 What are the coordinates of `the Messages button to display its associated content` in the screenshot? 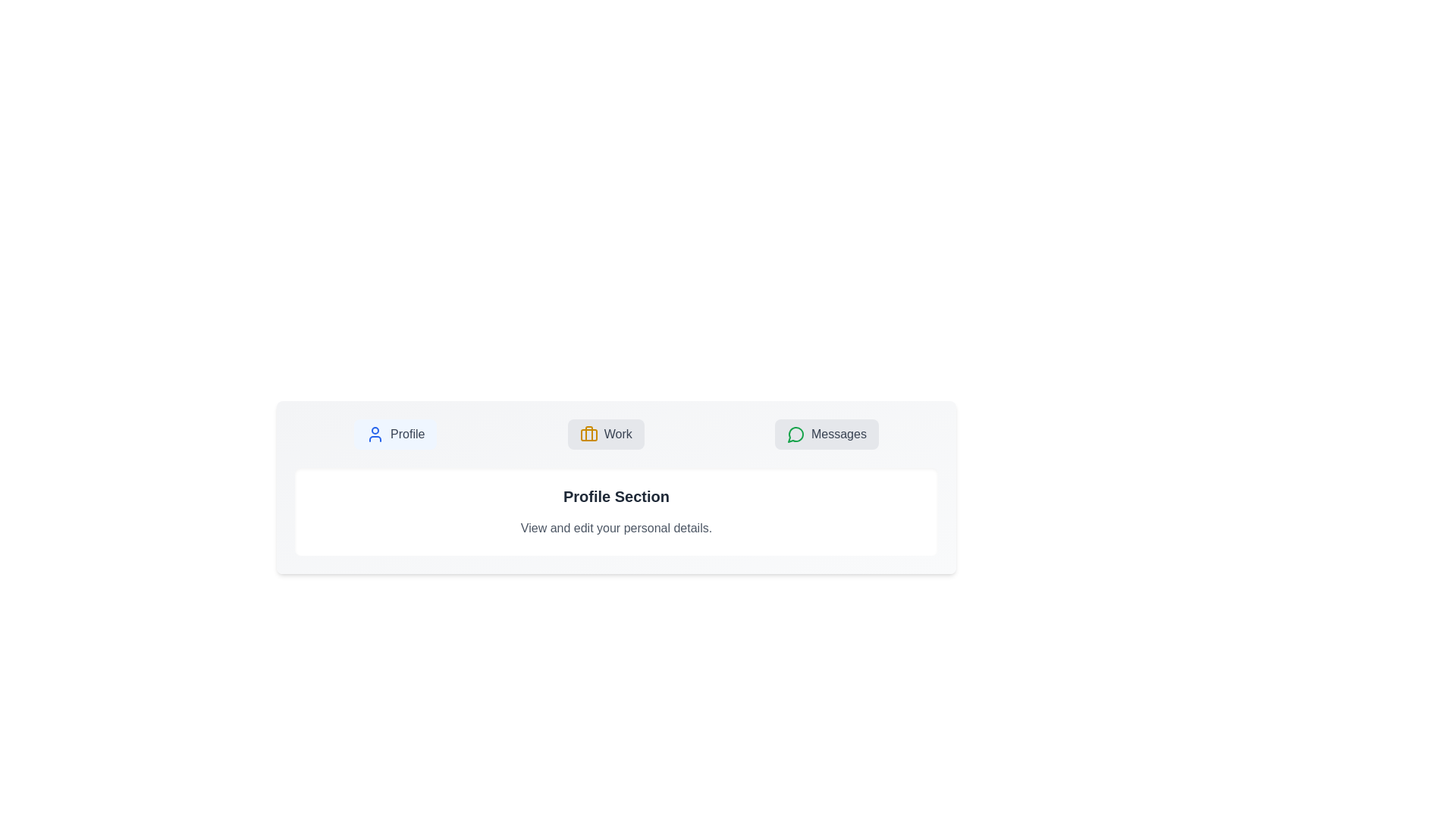 It's located at (825, 435).